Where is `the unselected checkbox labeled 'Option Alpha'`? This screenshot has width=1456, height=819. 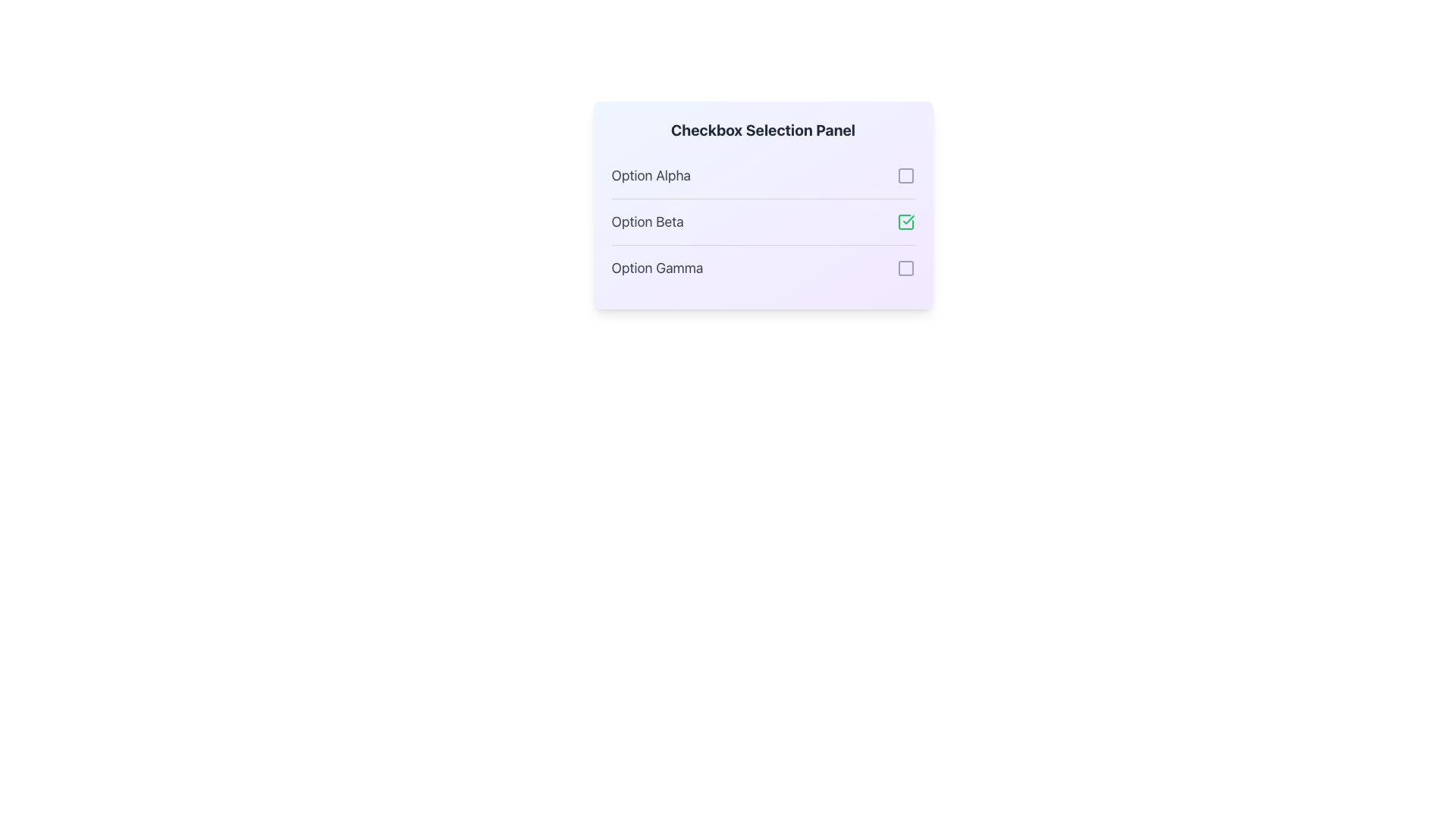 the unselected checkbox labeled 'Option Alpha' is located at coordinates (763, 174).